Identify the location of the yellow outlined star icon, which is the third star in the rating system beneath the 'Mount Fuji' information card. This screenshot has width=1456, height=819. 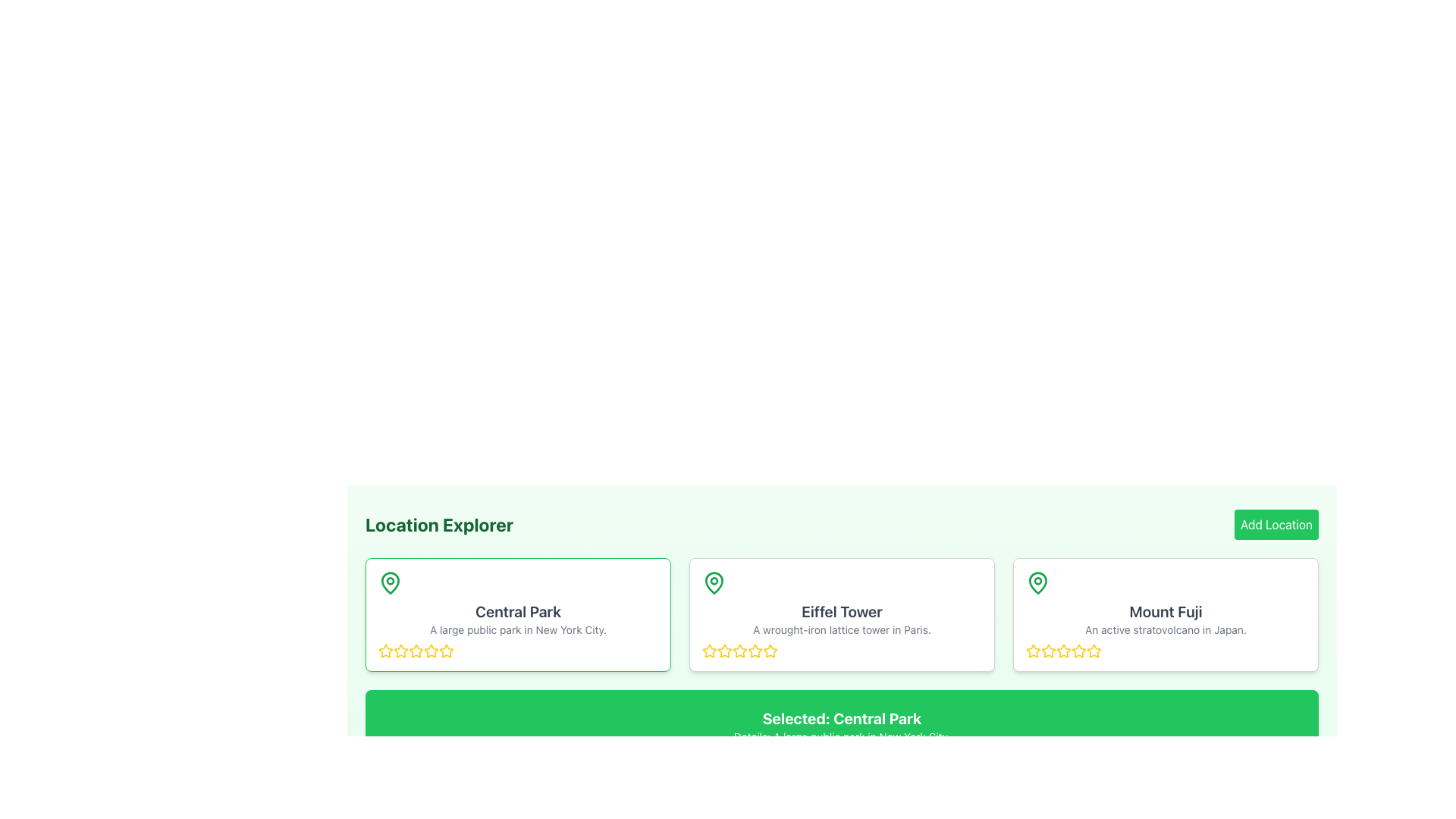
(1047, 650).